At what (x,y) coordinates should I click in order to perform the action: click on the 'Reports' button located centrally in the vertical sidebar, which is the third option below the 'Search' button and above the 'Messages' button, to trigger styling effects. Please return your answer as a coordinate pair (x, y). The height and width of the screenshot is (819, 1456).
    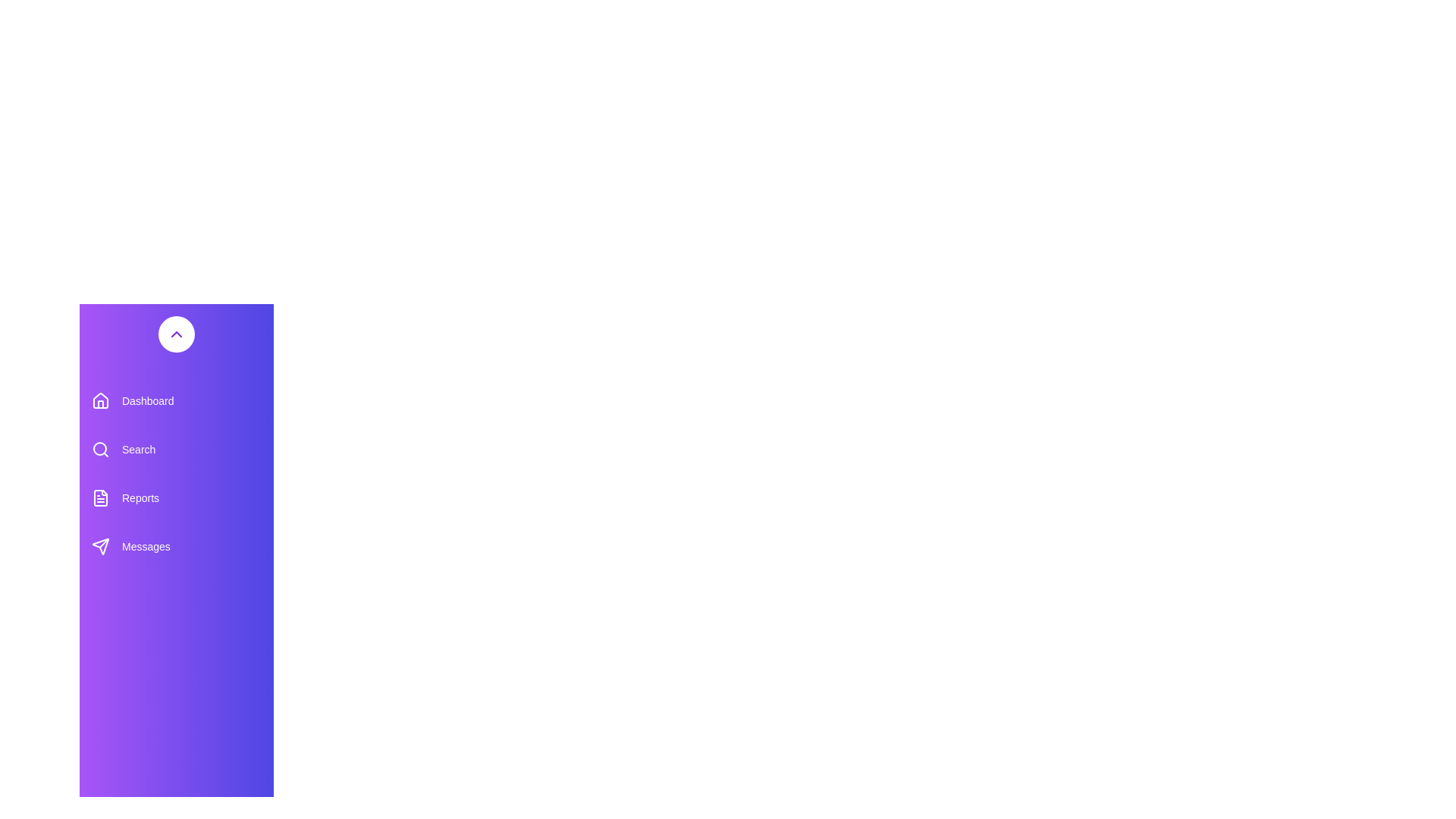
    Looking at the image, I should click on (177, 497).